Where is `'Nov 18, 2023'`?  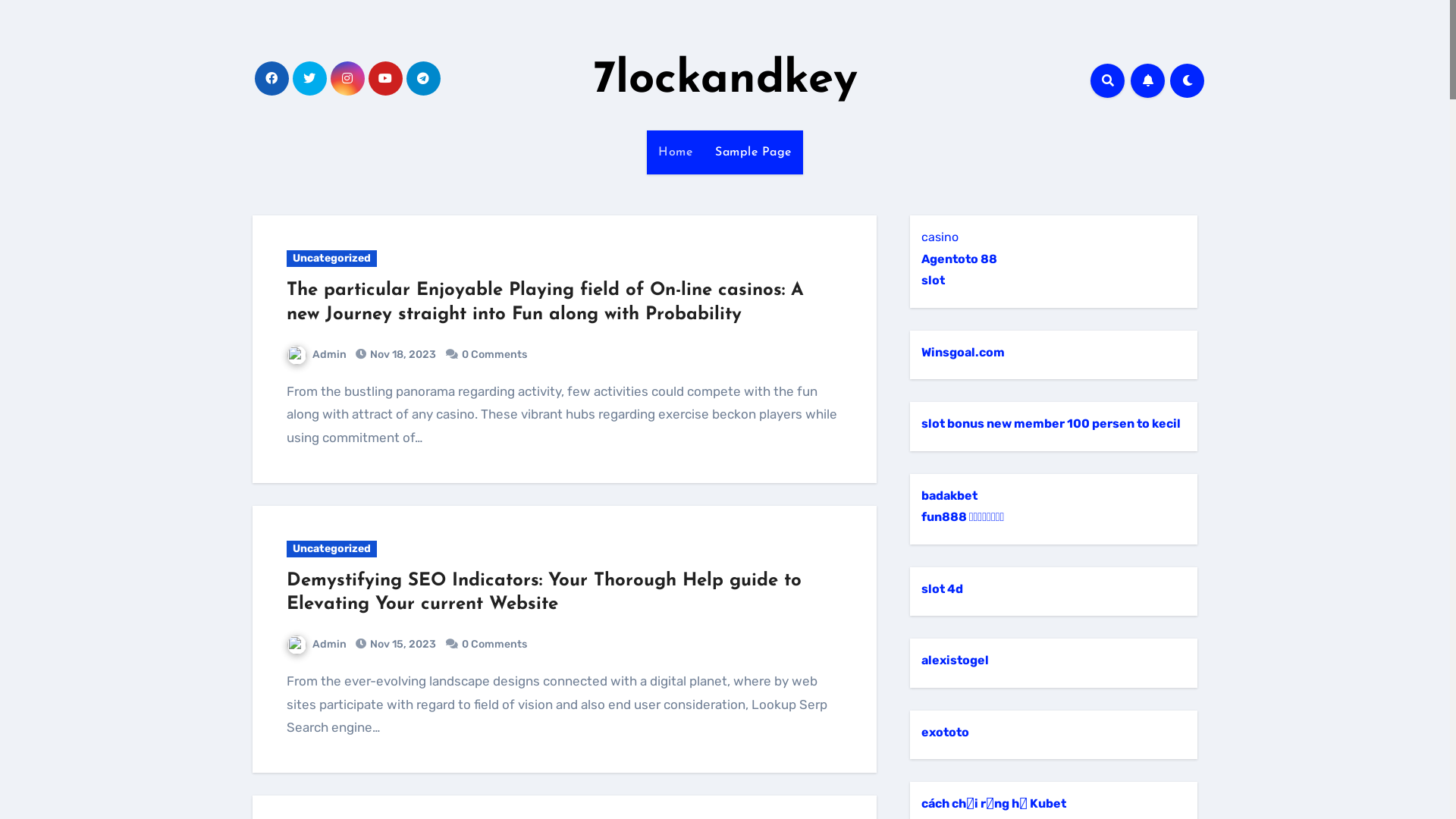
'Nov 18, 2023' is located at coordinates (367, 354).